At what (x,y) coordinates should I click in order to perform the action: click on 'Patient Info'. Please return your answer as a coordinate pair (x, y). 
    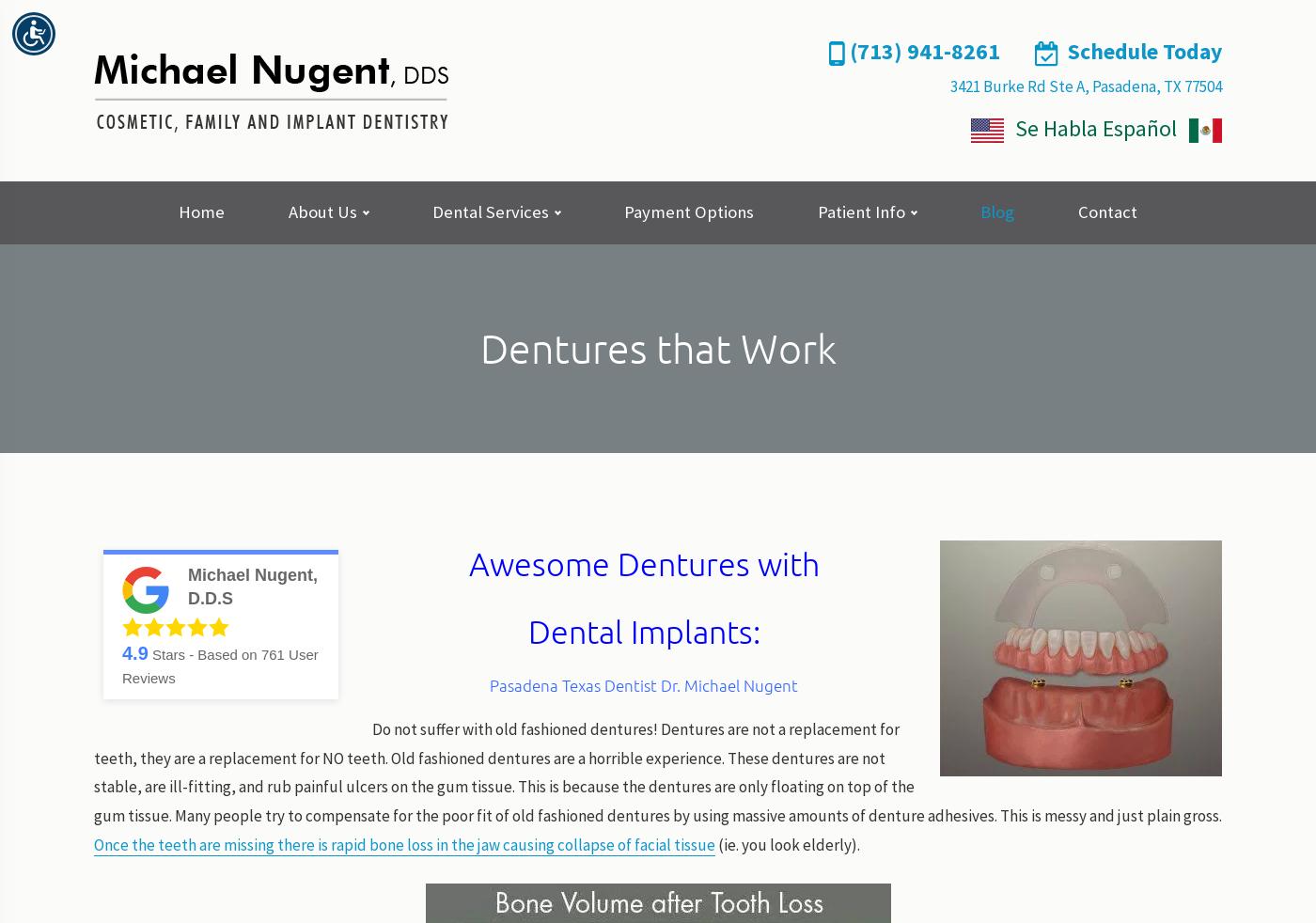
    Looking at the image, I should click on (816, 211).